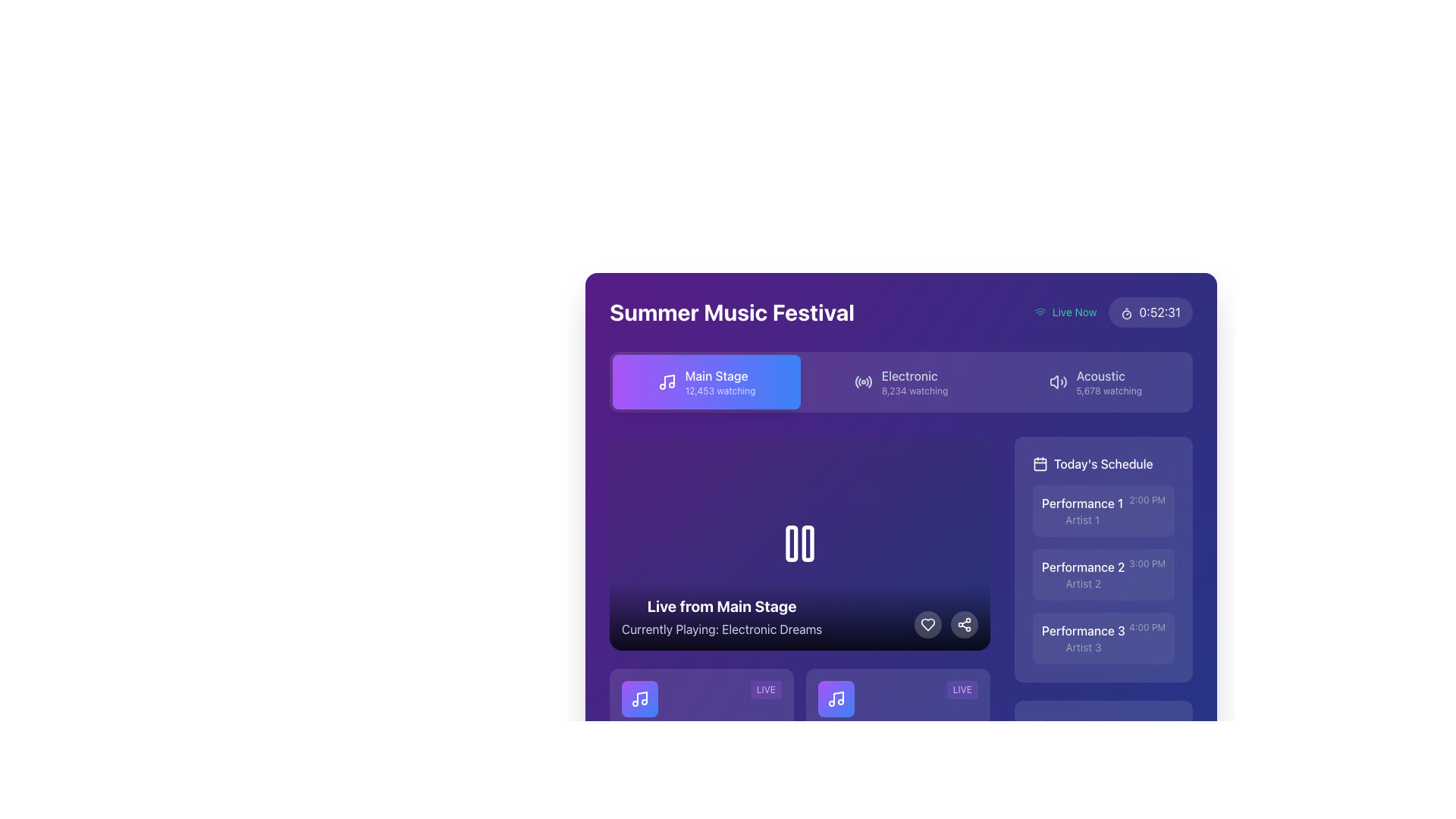 The height and width of the screenshot is (819, 1456). Describe the element at coordinates (964, 625) in the screenshot. I see `the sharing button located in the bottom-right area of the main display panel` at that location.